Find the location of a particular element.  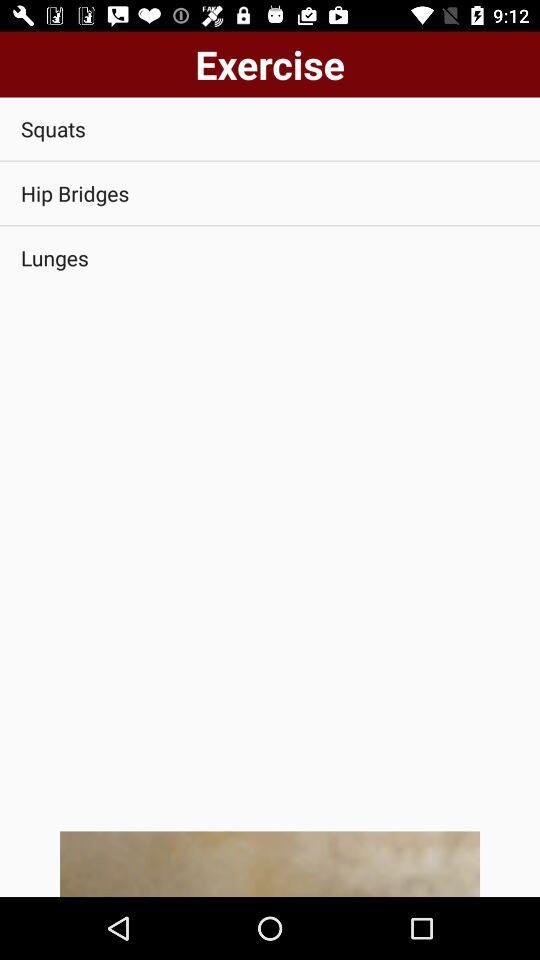

the icon below exercise is located at coordinates (270, 128).